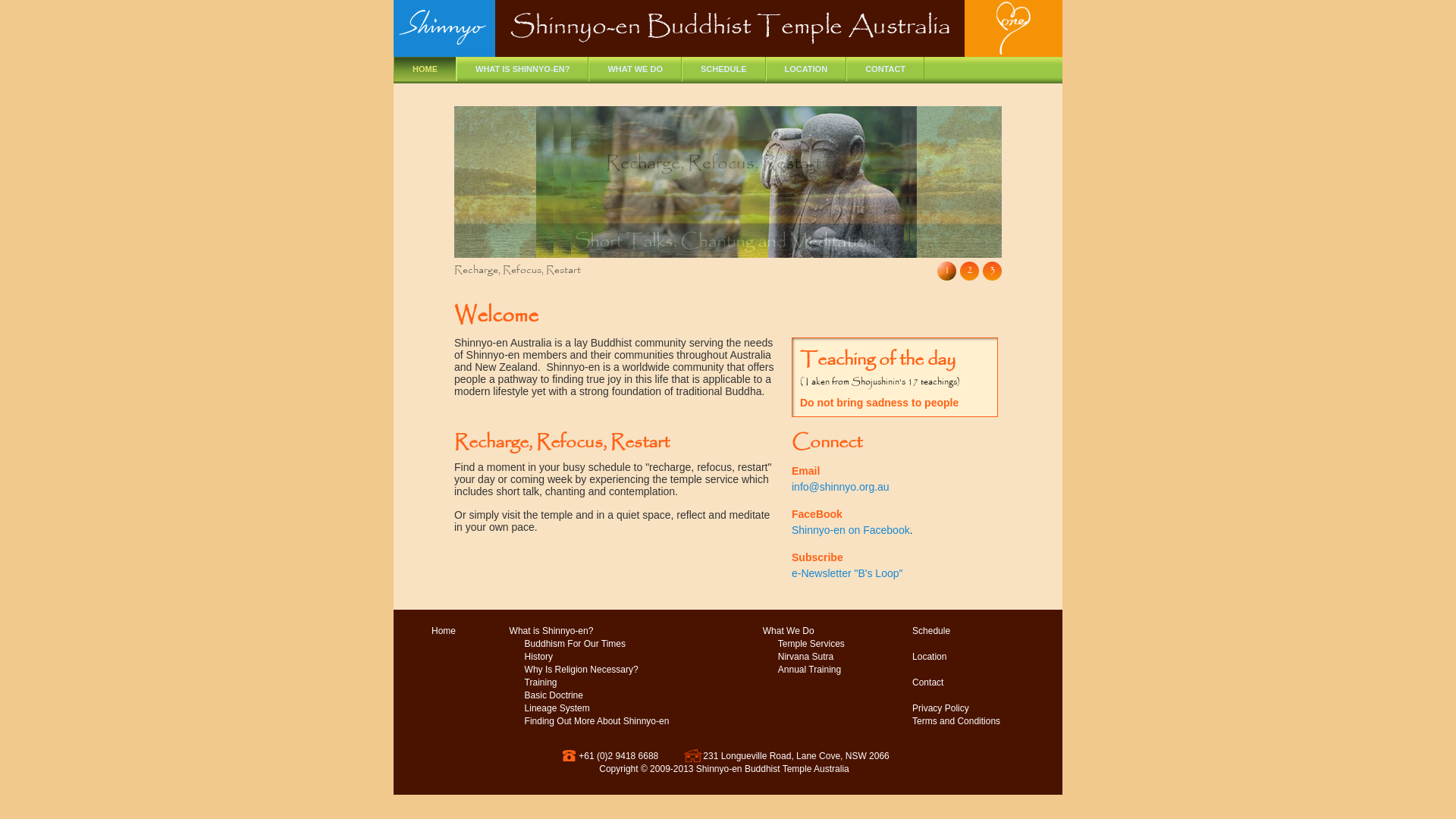 This screenshot has height=819, width=1456. What do you see at coordinates (930, 631) in the screenshot?
I see `'Schedule'` at bounding box center [930, 631].